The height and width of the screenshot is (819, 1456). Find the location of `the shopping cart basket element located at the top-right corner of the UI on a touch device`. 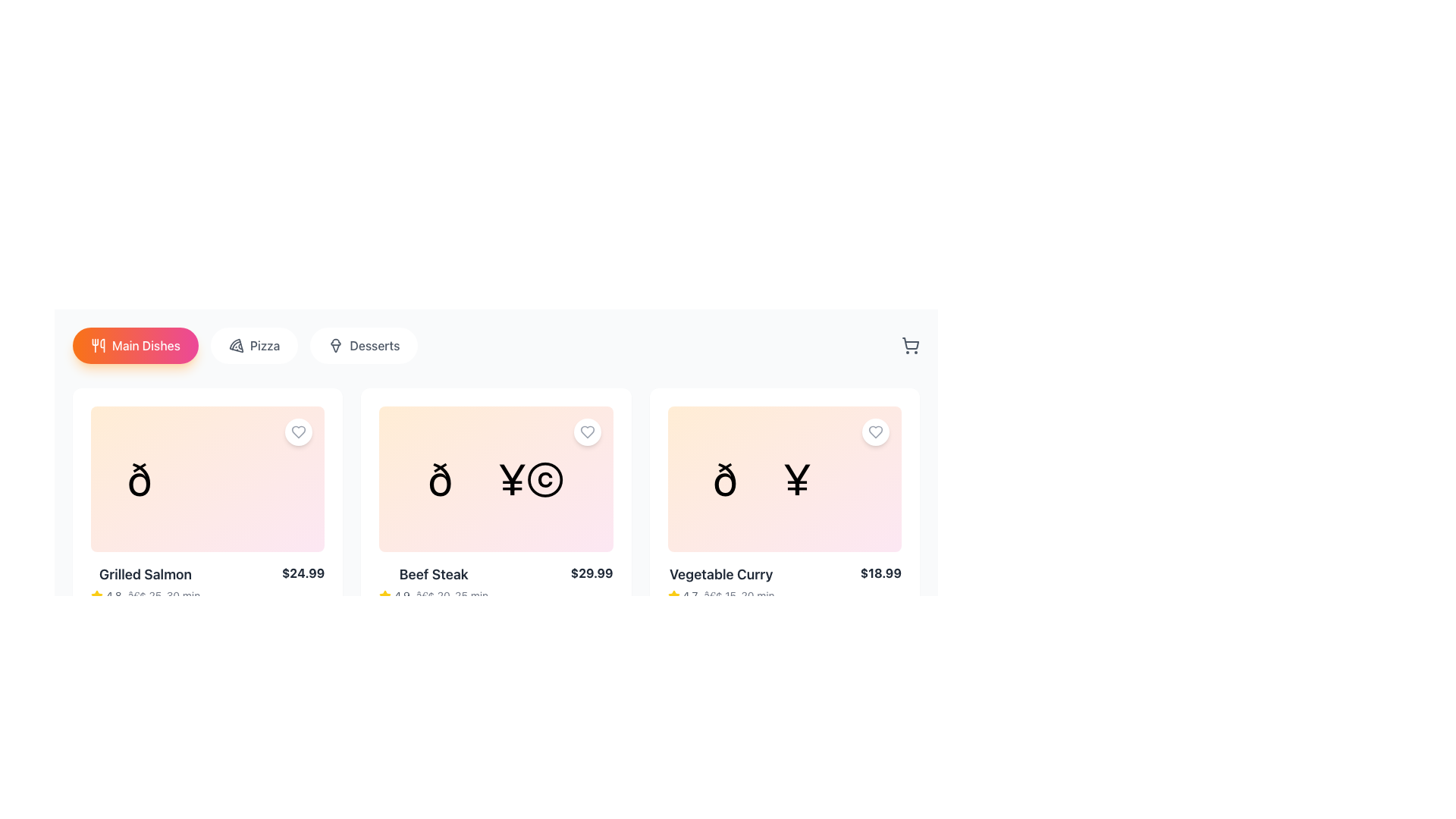

the shopping cart basket element located at the top-right corner of the UI on a touch device is located at coordinates (910, 344).